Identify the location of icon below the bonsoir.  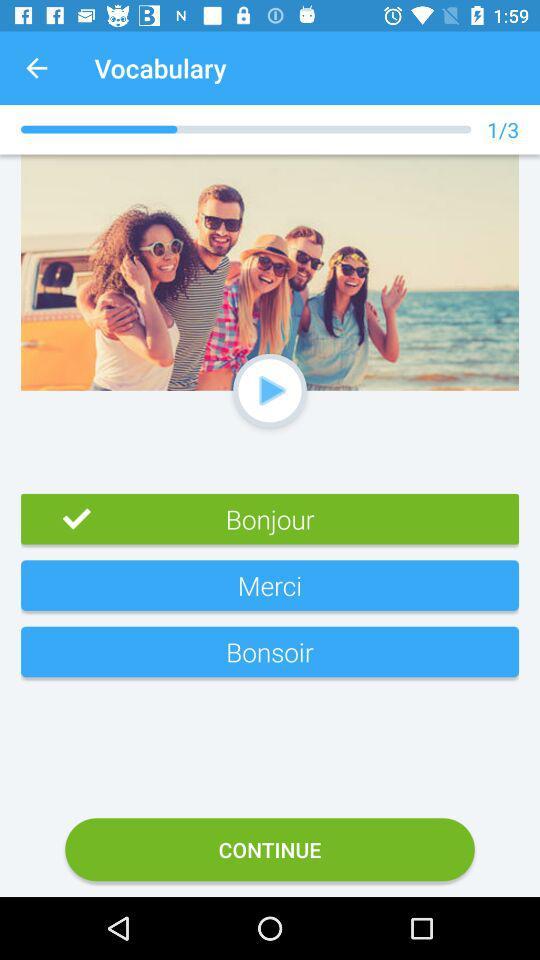
(270, 848).